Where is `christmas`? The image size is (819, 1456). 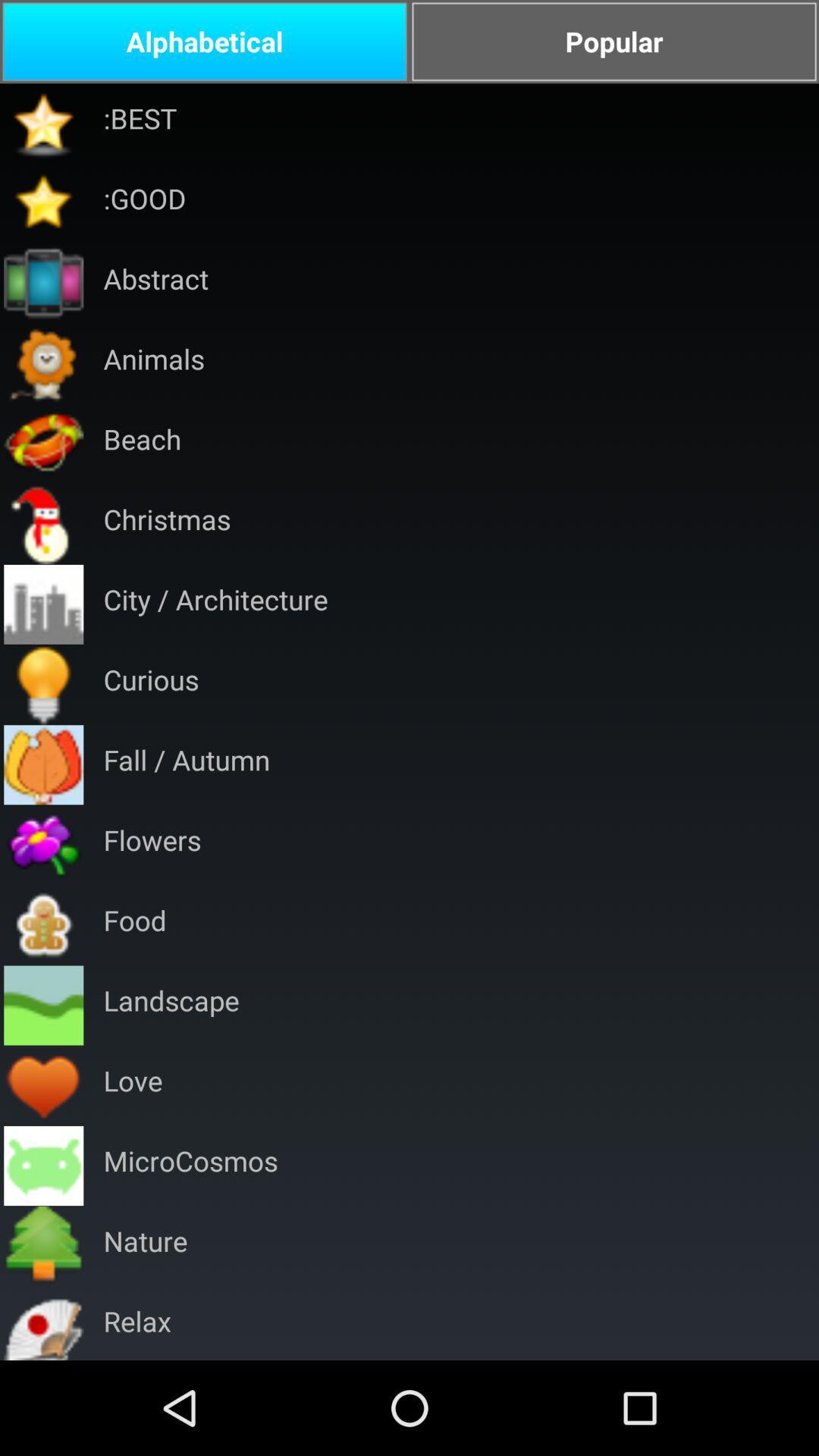
christmas is located at coordinates (167, 524).